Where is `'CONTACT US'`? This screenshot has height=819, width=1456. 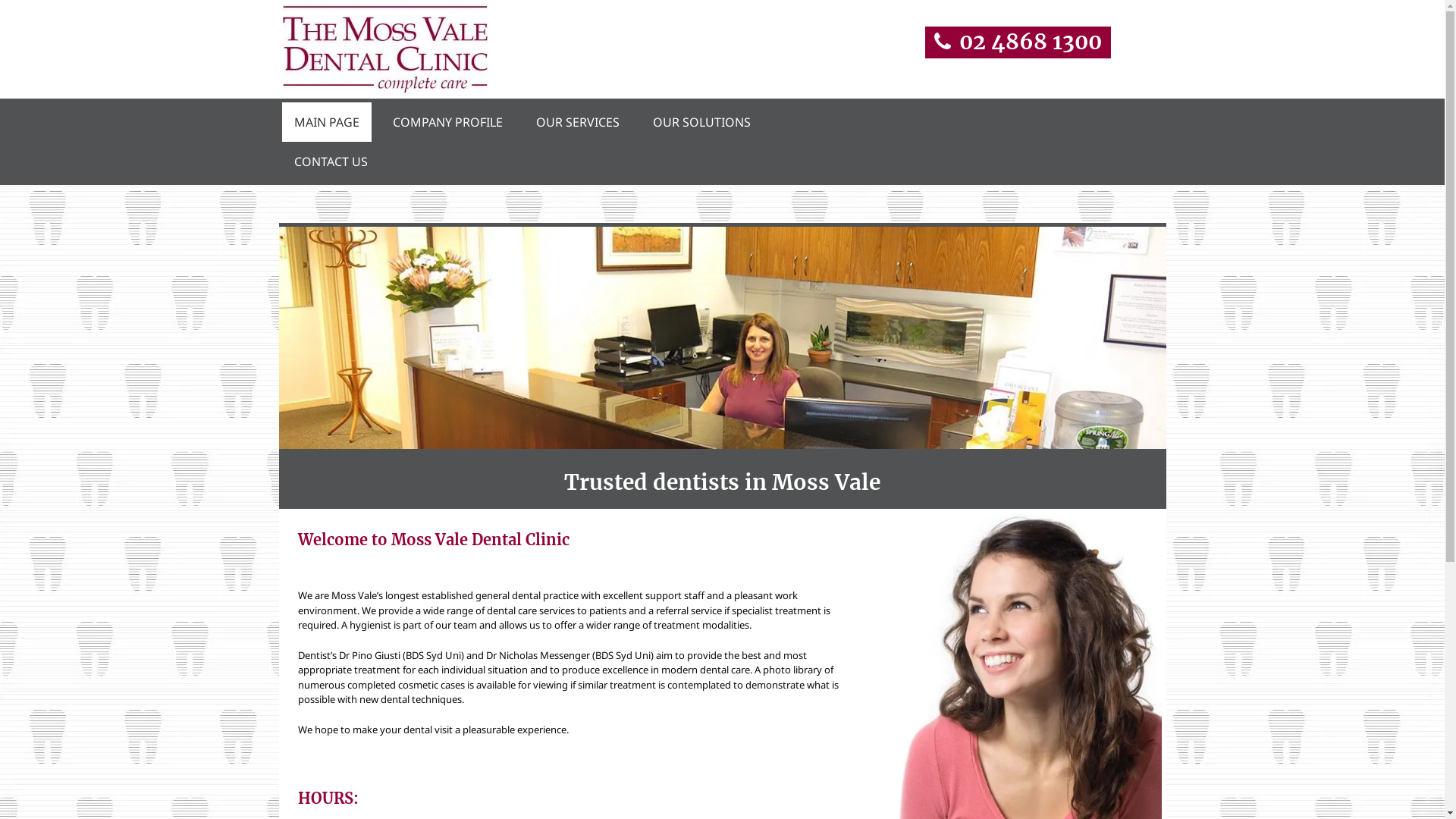 'CONTACT US' is located at coordinates (330, 161).